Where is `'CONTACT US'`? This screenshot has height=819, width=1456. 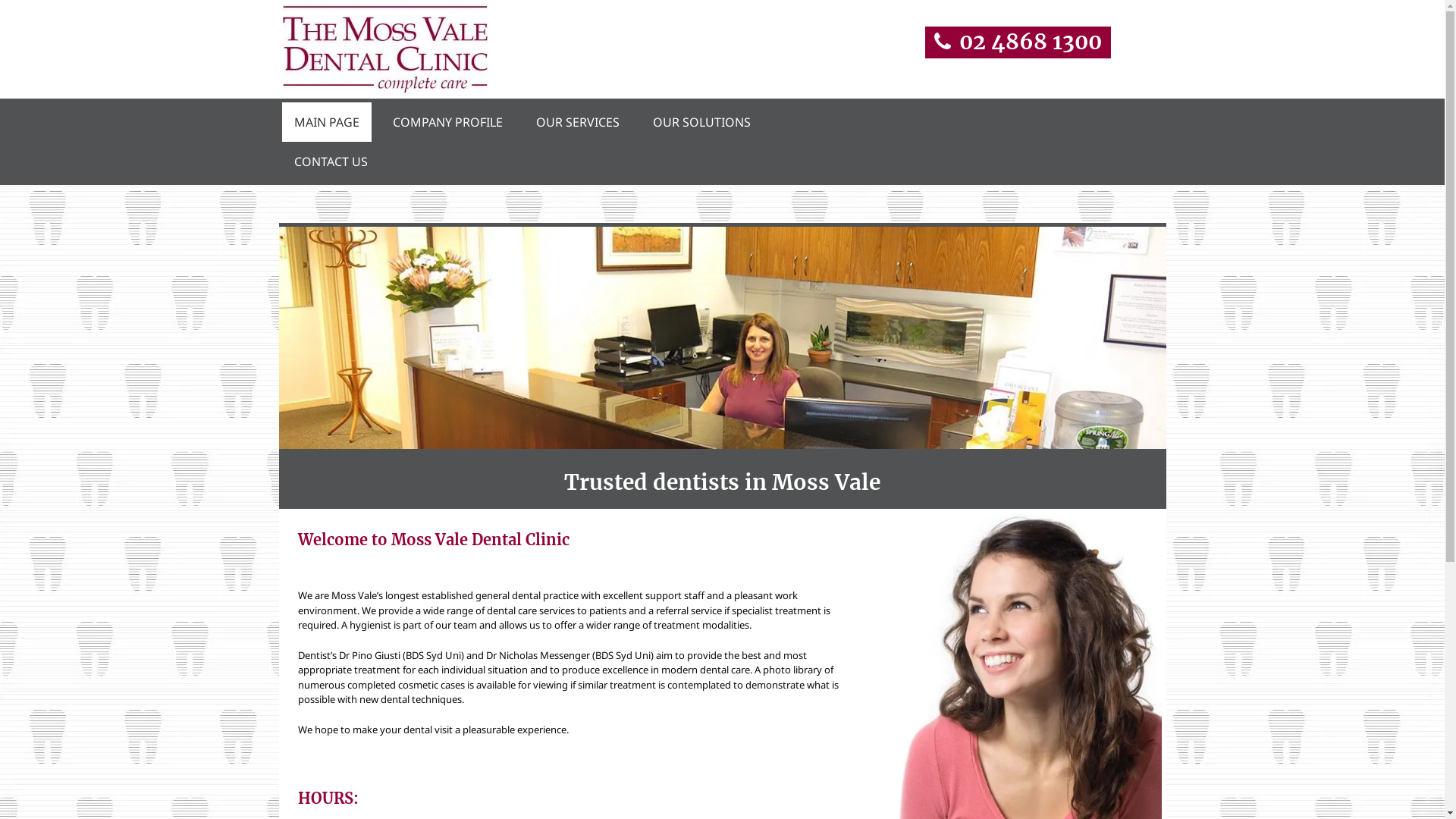 'CONTACT US' is located at coordinates (330, 161).